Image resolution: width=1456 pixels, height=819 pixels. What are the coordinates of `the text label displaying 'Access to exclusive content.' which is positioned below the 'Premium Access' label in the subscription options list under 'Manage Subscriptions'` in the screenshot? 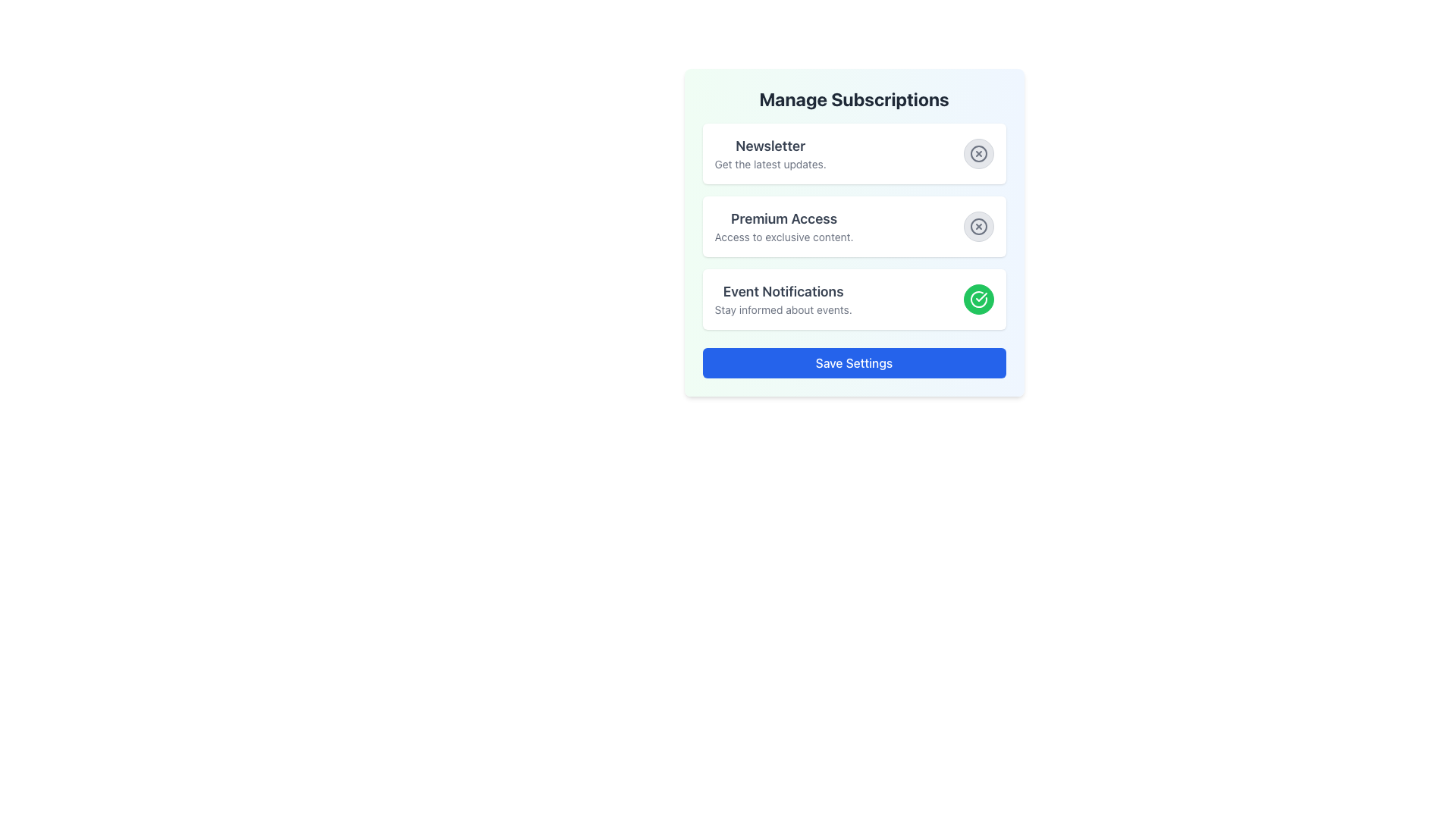 It's located at (784, 237).